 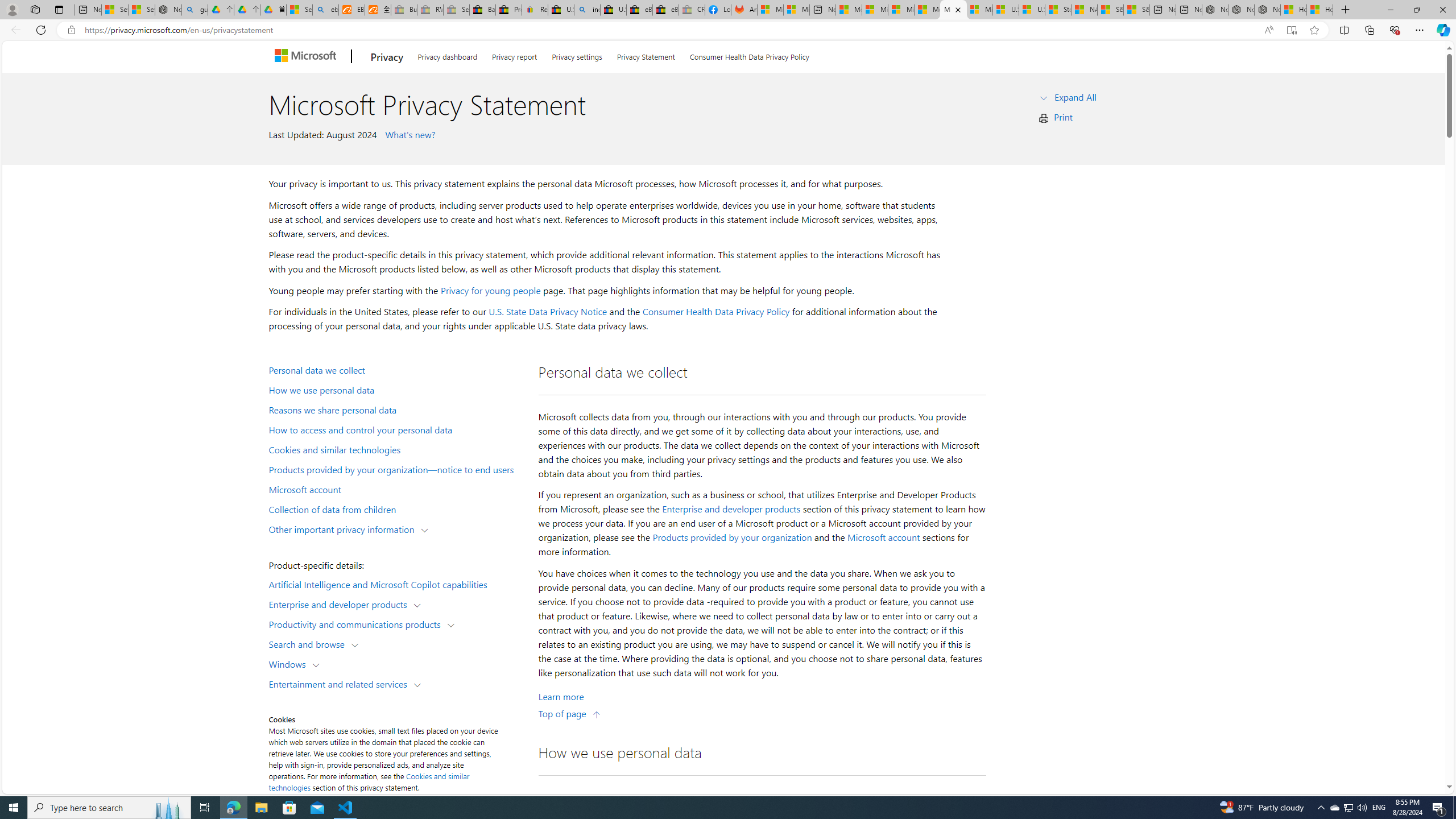 What do you see at coordinates (514, 54) in the screenshot?
I see `'Privacy report'` at bounding box center [514, 54].